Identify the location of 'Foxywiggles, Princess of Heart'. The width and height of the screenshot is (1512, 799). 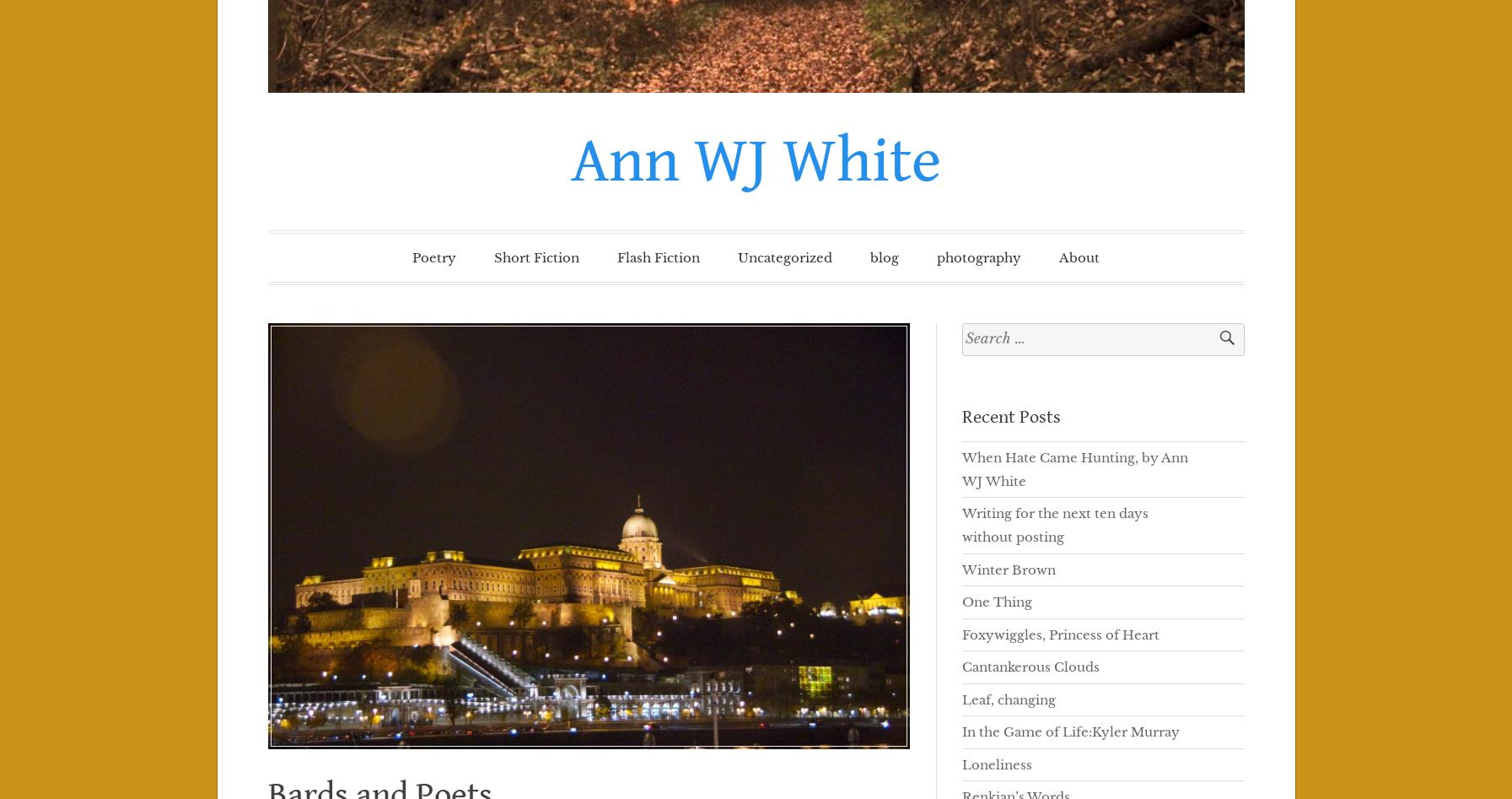
(960, 633).